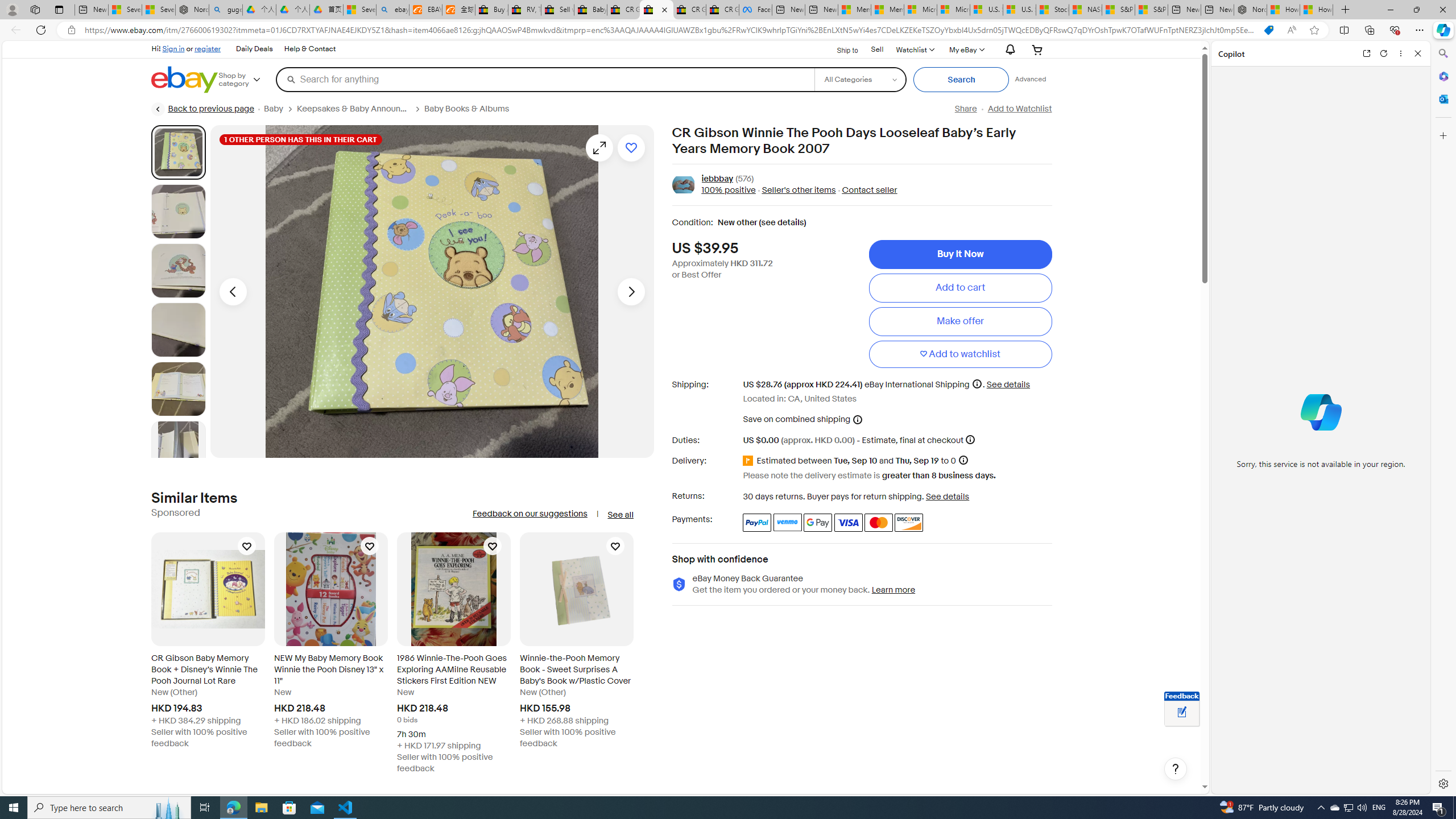  What do you see at coordinates (630, 291) in the screenshot?
I see `'Next image - Item images thumbnails'` at bounding box center [630, 291].